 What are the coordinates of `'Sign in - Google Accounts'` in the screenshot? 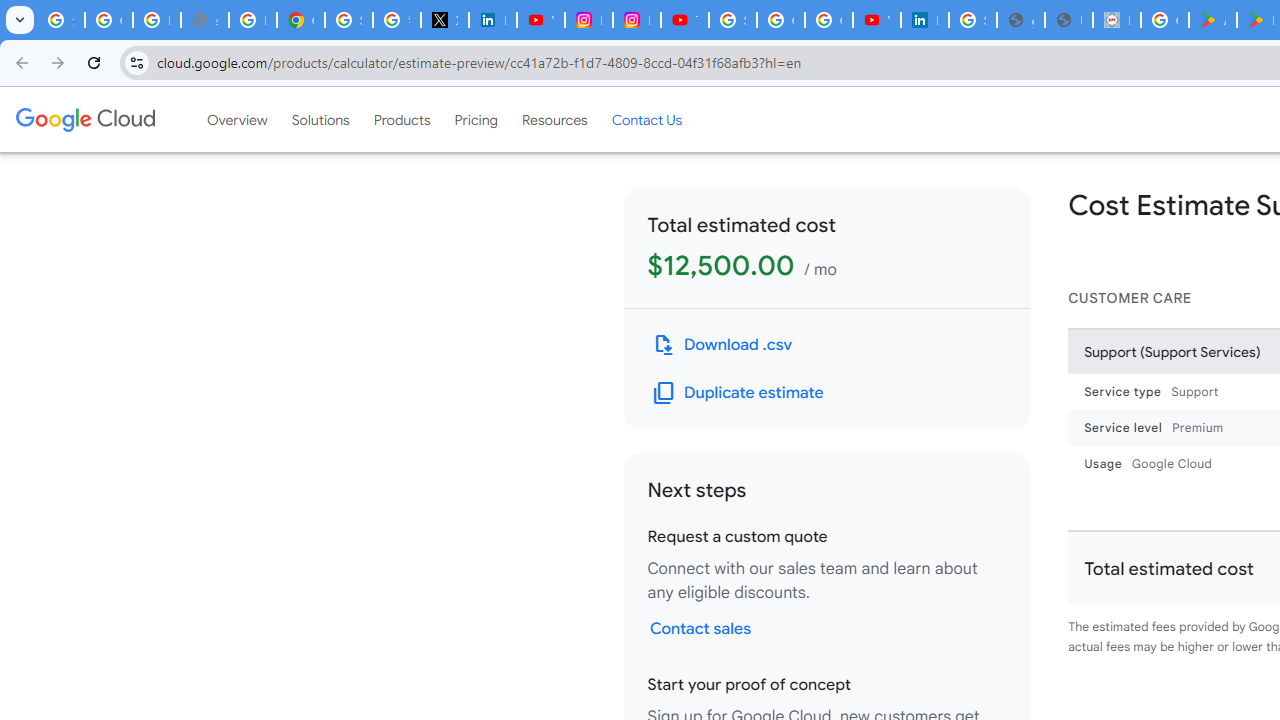 It's located at (972, 20).